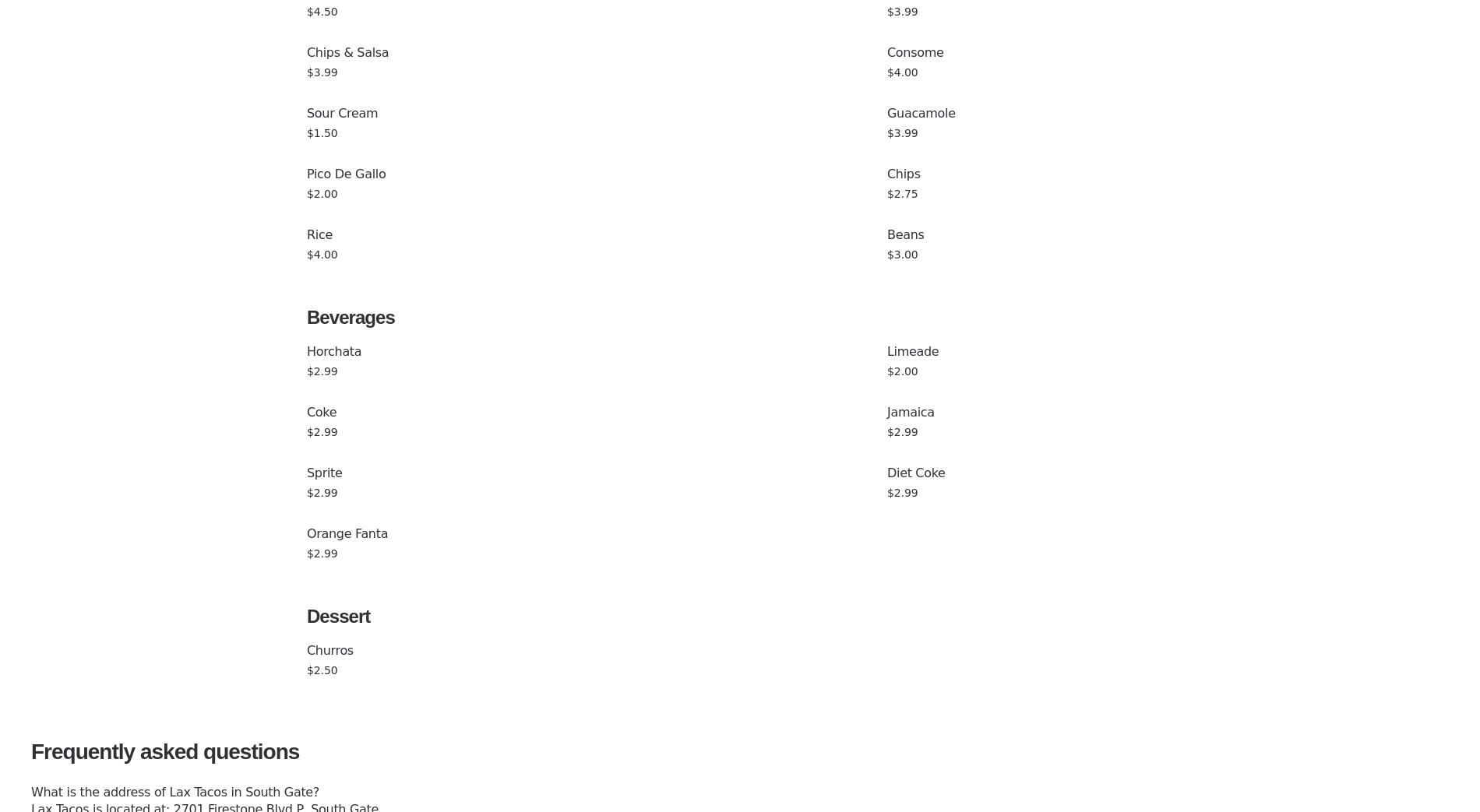 This screenshot has width=1480, height=812. What do you see at coordinates (321, 670) in the screenshot?
I see `'$2.50'` at bounding box center [321, 670].